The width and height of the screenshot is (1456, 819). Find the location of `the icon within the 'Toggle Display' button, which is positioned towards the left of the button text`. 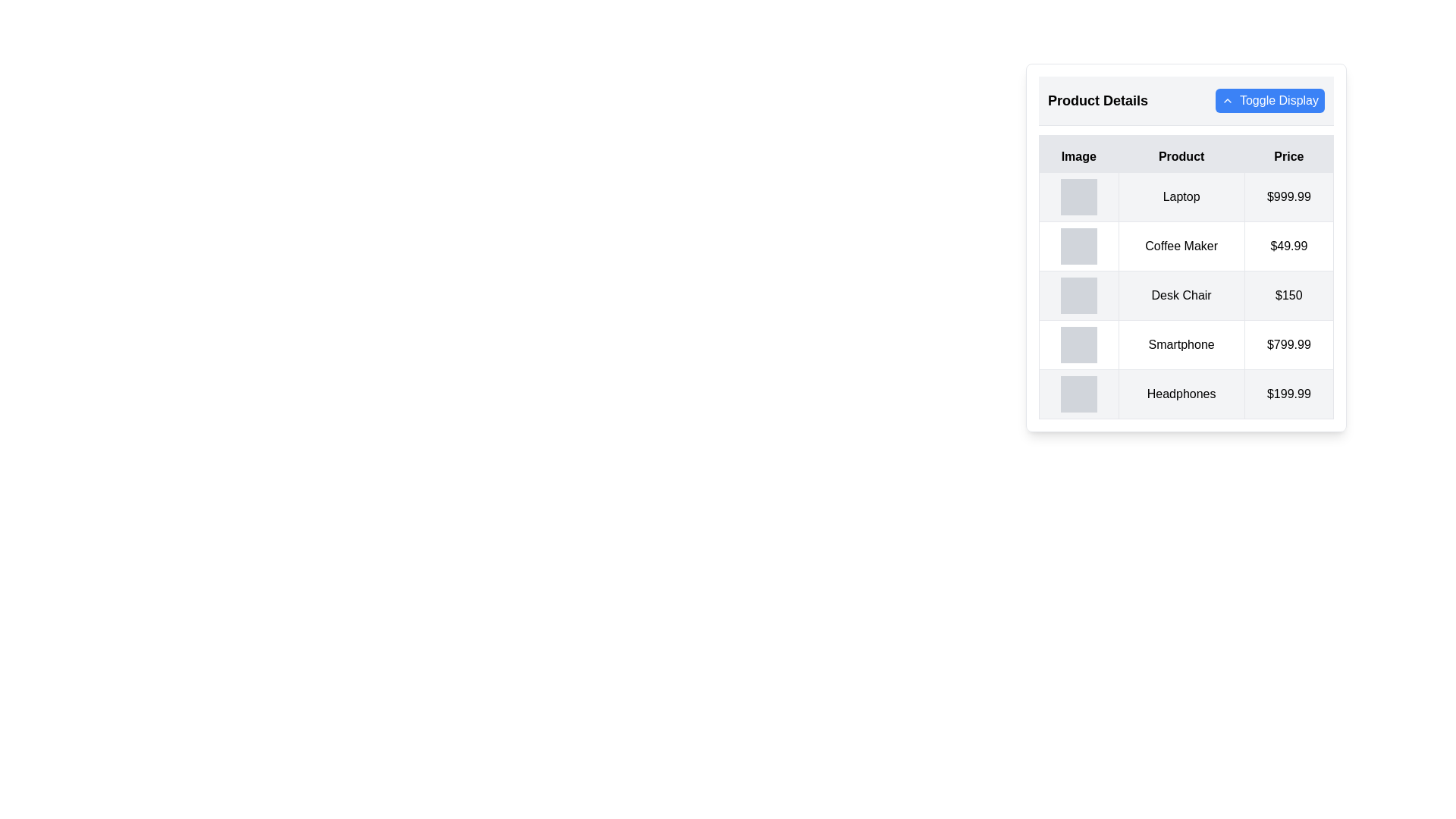

the icon within the 'Toggle Display' button, which is positioned towards the left of the button text is located at coordinates (1227, 100).